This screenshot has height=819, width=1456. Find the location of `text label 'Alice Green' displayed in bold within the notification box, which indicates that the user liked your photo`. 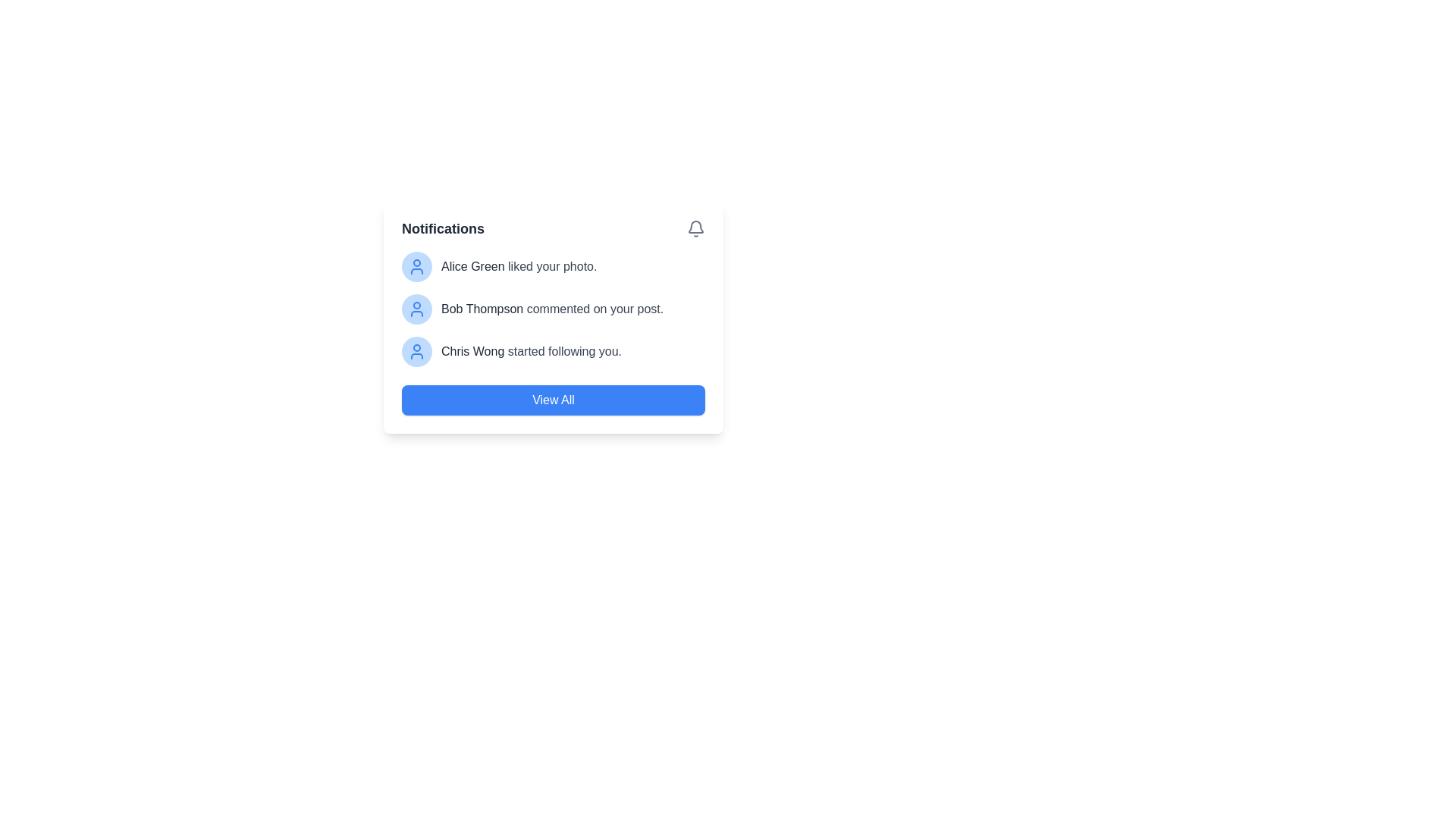

text label 'Alice Green' displayed in bold within the notification box, which indicates that the user liked your photo is located at coordinates (472, 265).